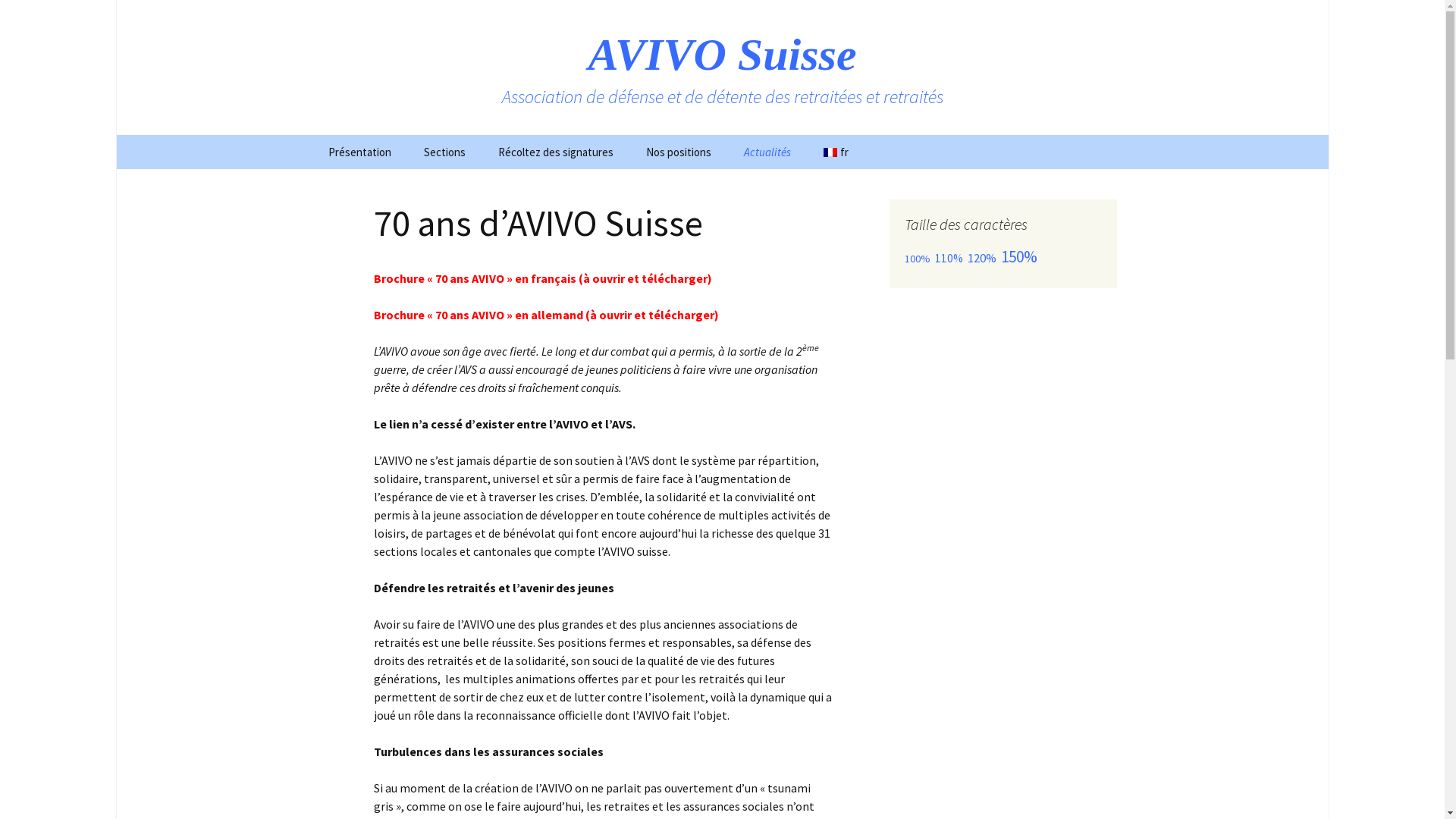 Image resolution: width=1456 pixels, height=819 pixels. What do you see at coordinates (1019, 256) in the screenshot?
I see `'150%'` at bounding box center [1019, 256].